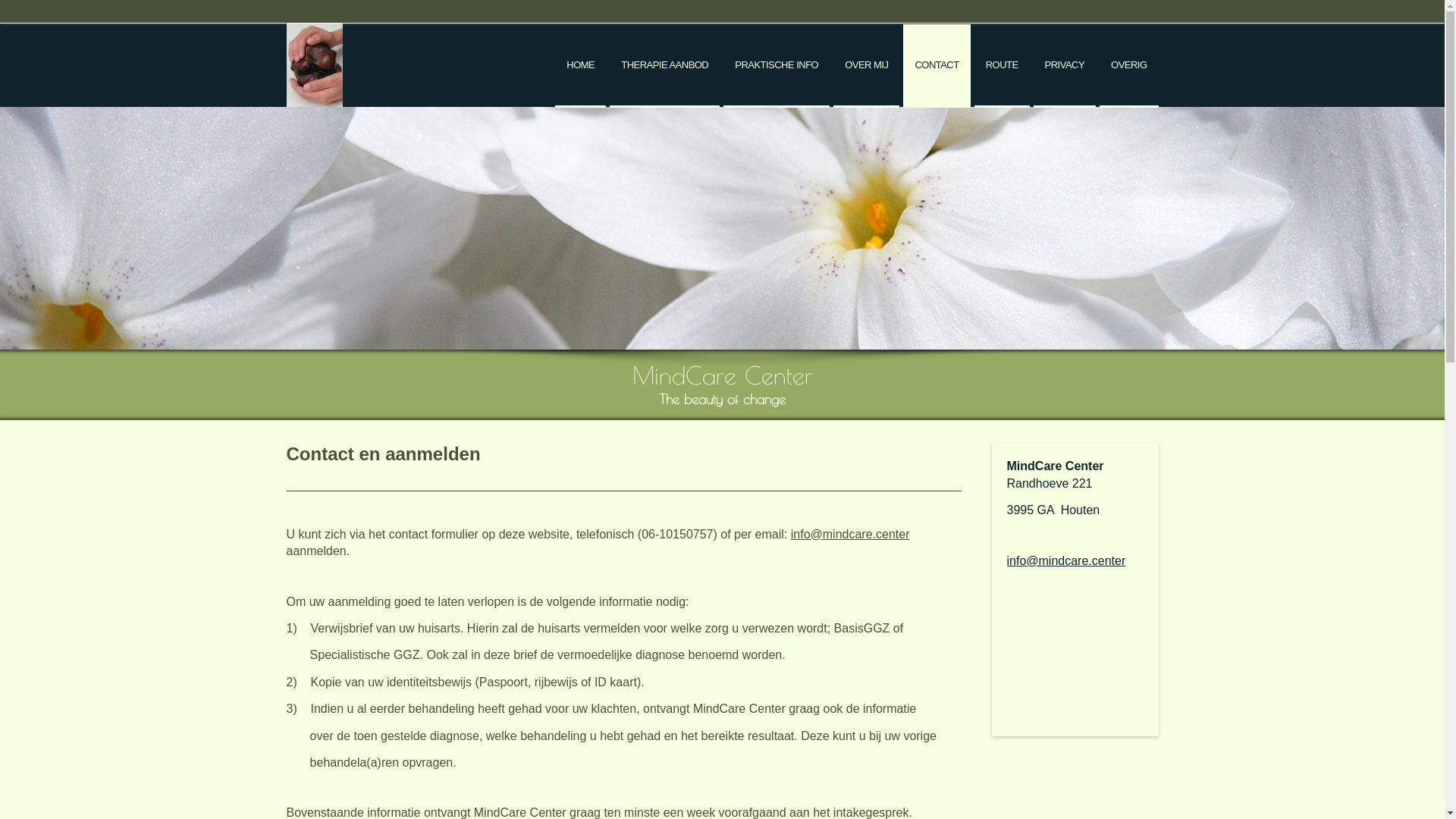 This screenshot has width=1456, height=819. Describe the element at coordinates (1002, 65) in the screenshot. I see `'ROUTE'` at that location.